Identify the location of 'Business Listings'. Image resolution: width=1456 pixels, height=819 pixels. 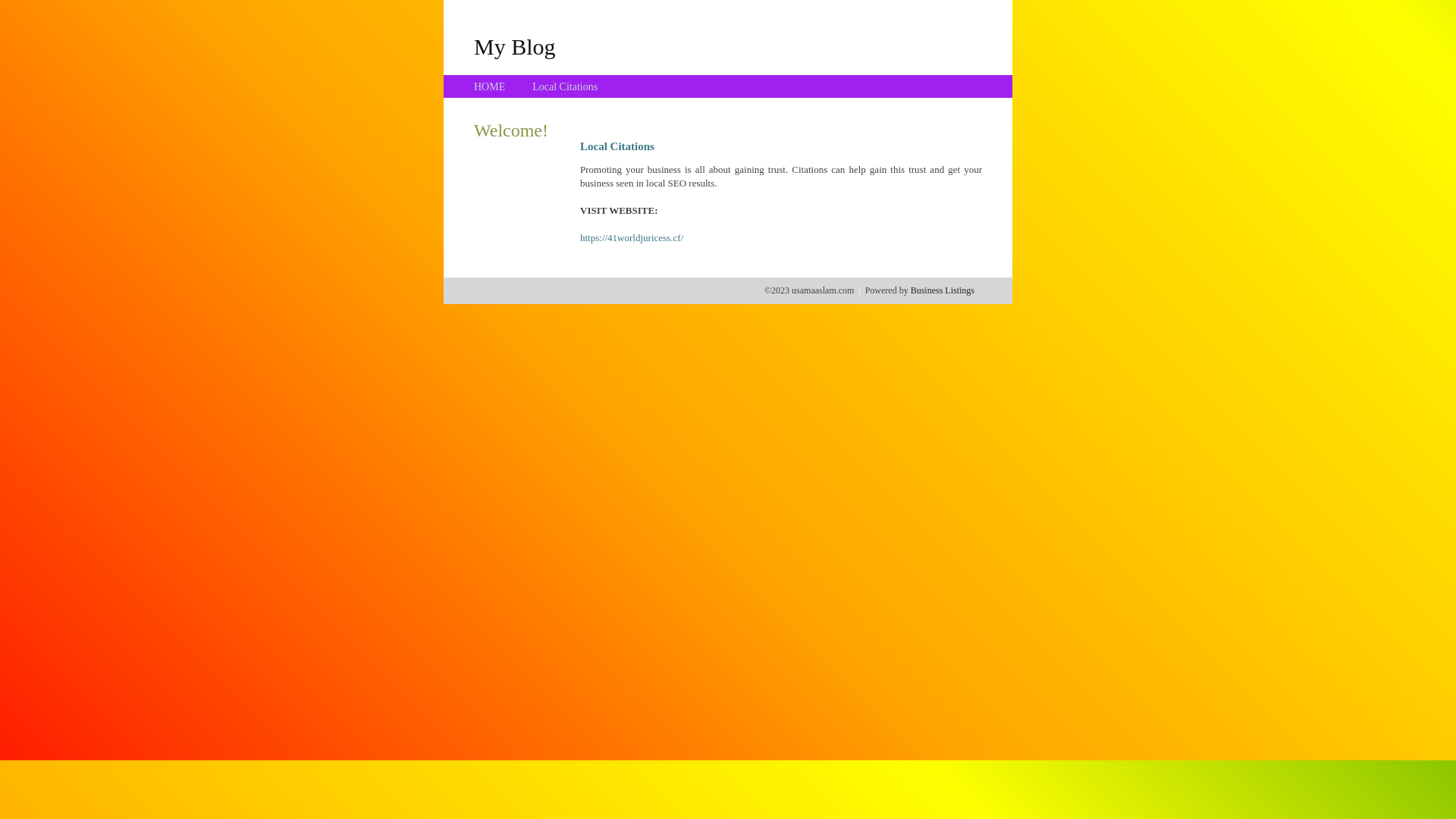
(910, 290).